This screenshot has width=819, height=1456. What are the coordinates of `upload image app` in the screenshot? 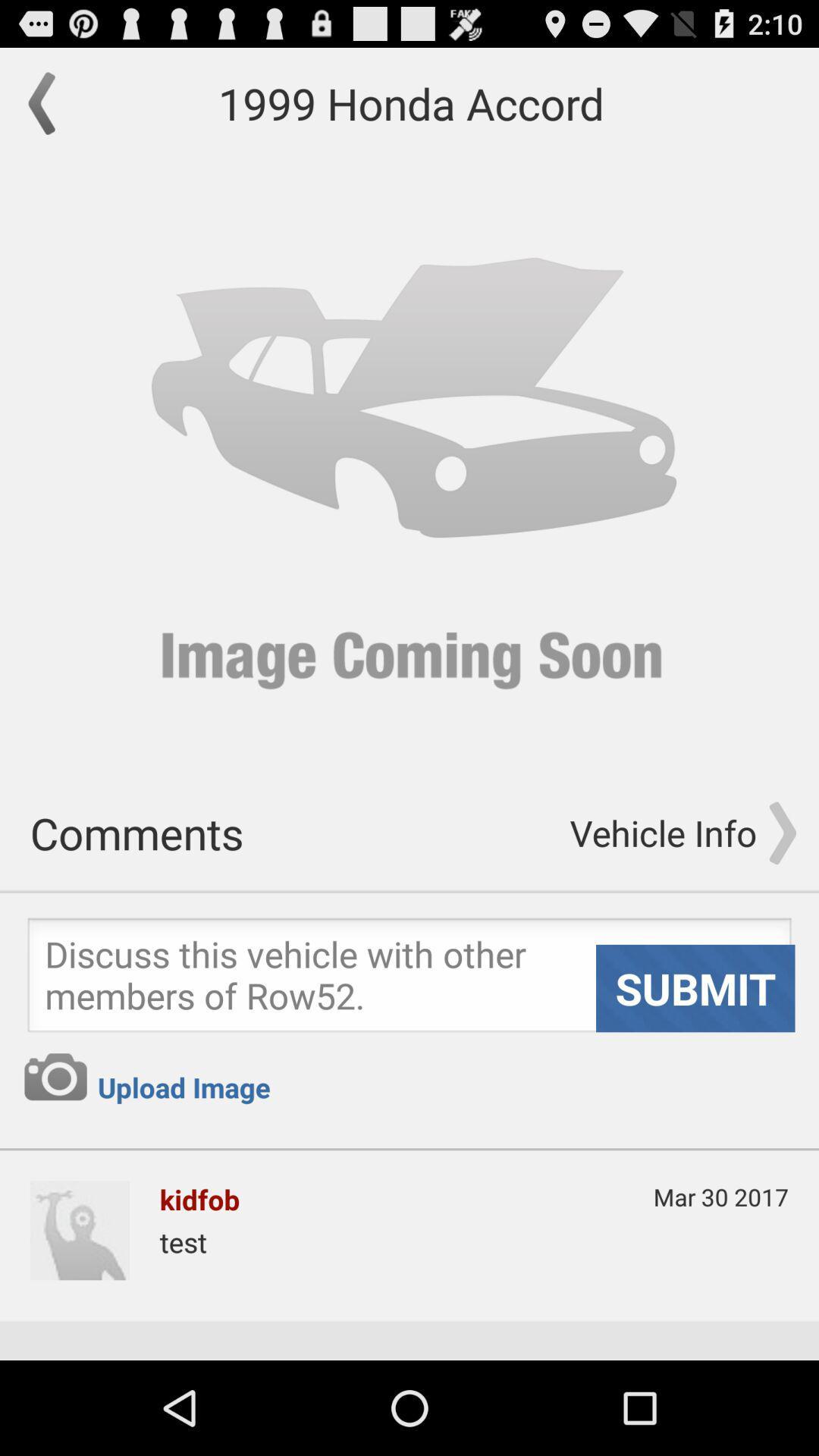 It's located at (183, 1087).